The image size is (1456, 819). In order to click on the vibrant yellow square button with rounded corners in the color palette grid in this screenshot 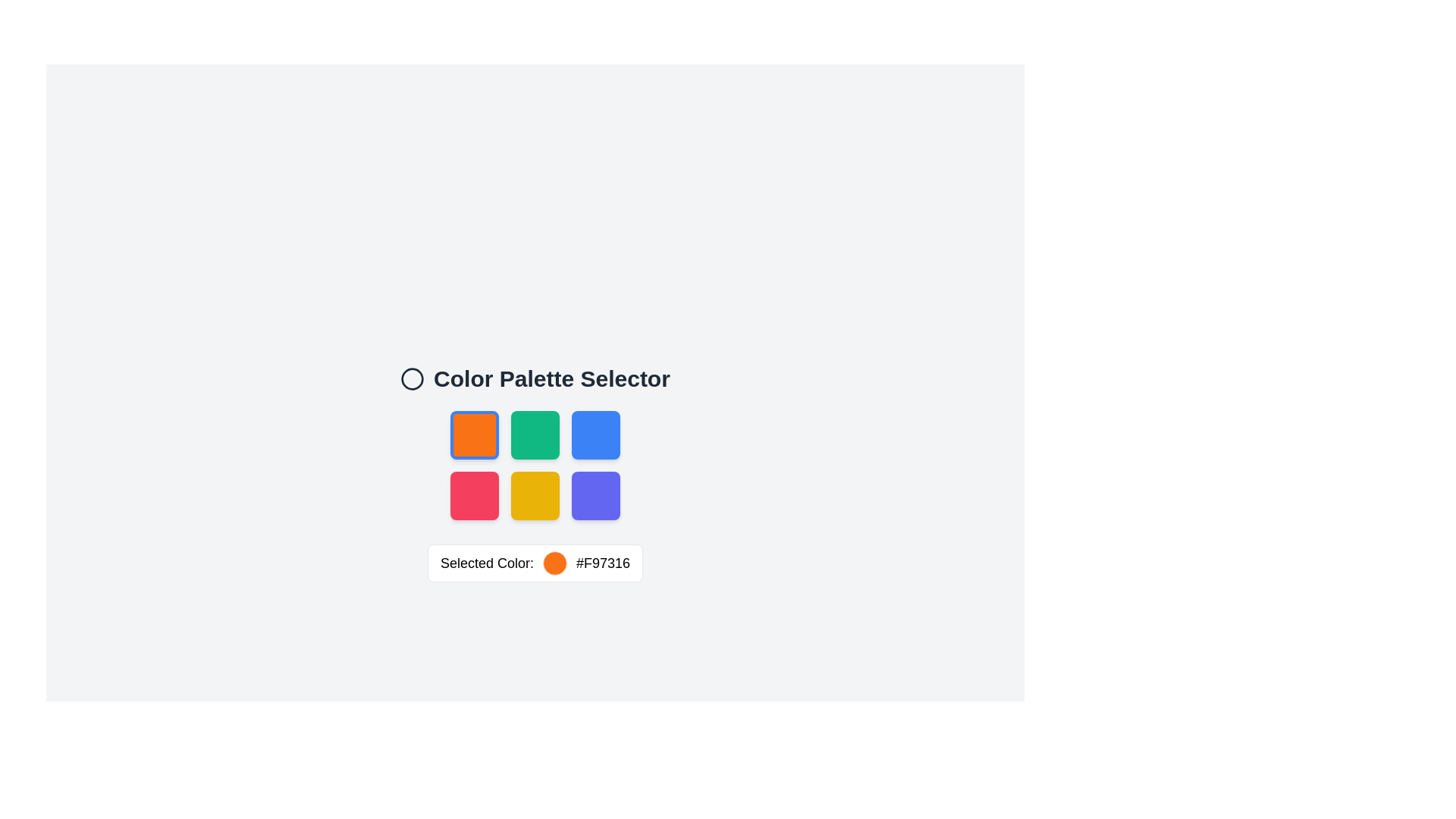, I will do `click(535, 496)`.